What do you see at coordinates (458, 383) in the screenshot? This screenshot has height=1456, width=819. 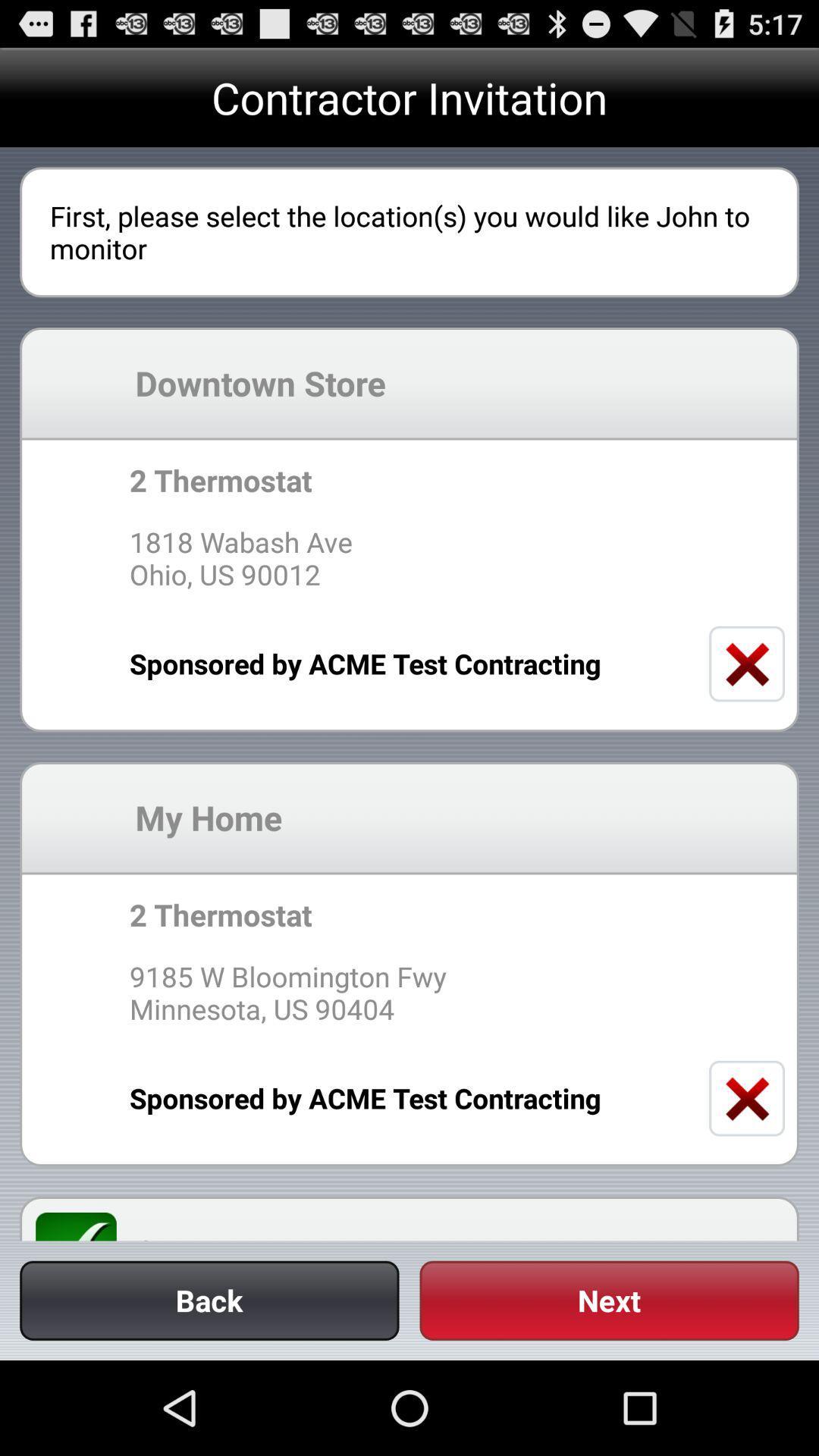 I see `the item below the first please select item` at bounding box center [458, 383].